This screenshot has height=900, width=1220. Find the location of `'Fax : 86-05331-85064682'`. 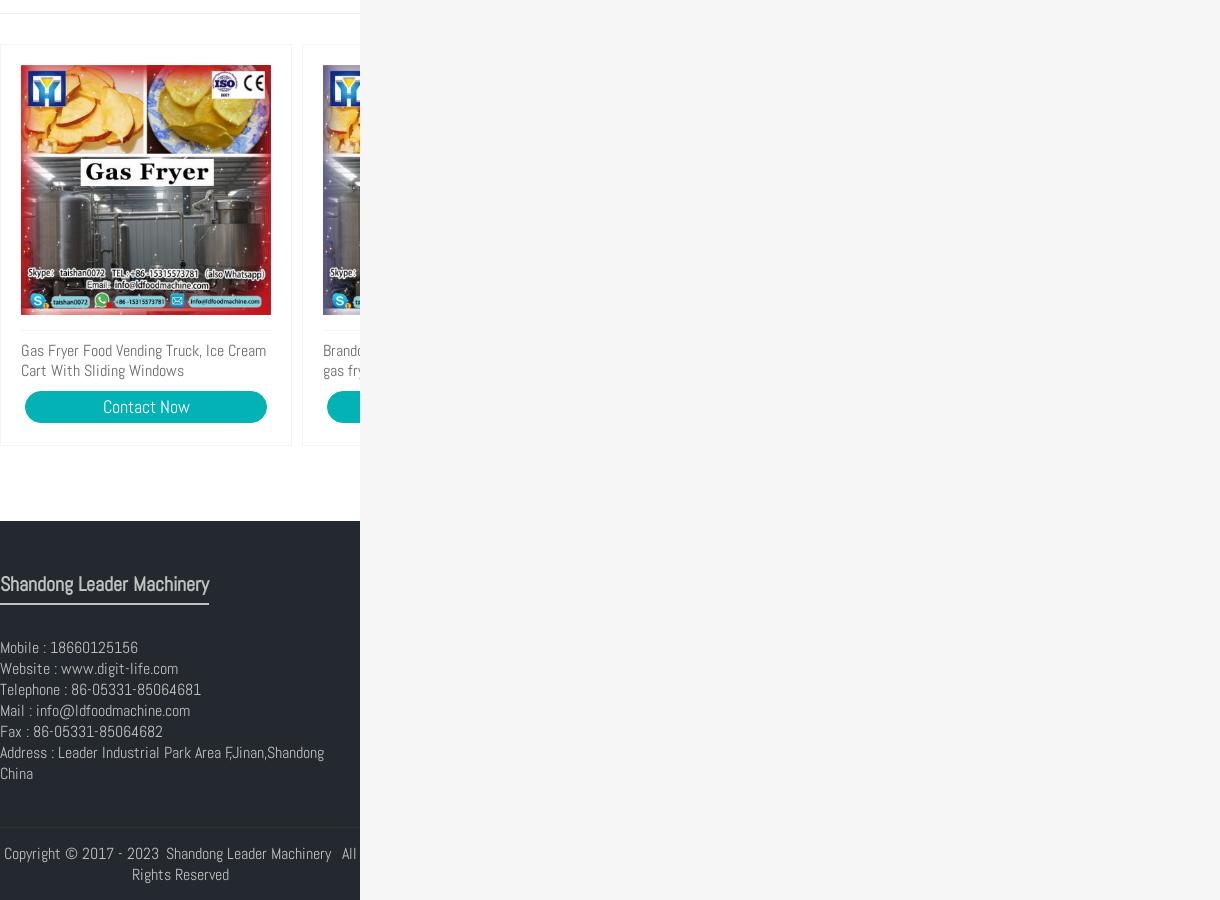

'Fax : 86-05331-85064682' is located at coordinates (80, 730).